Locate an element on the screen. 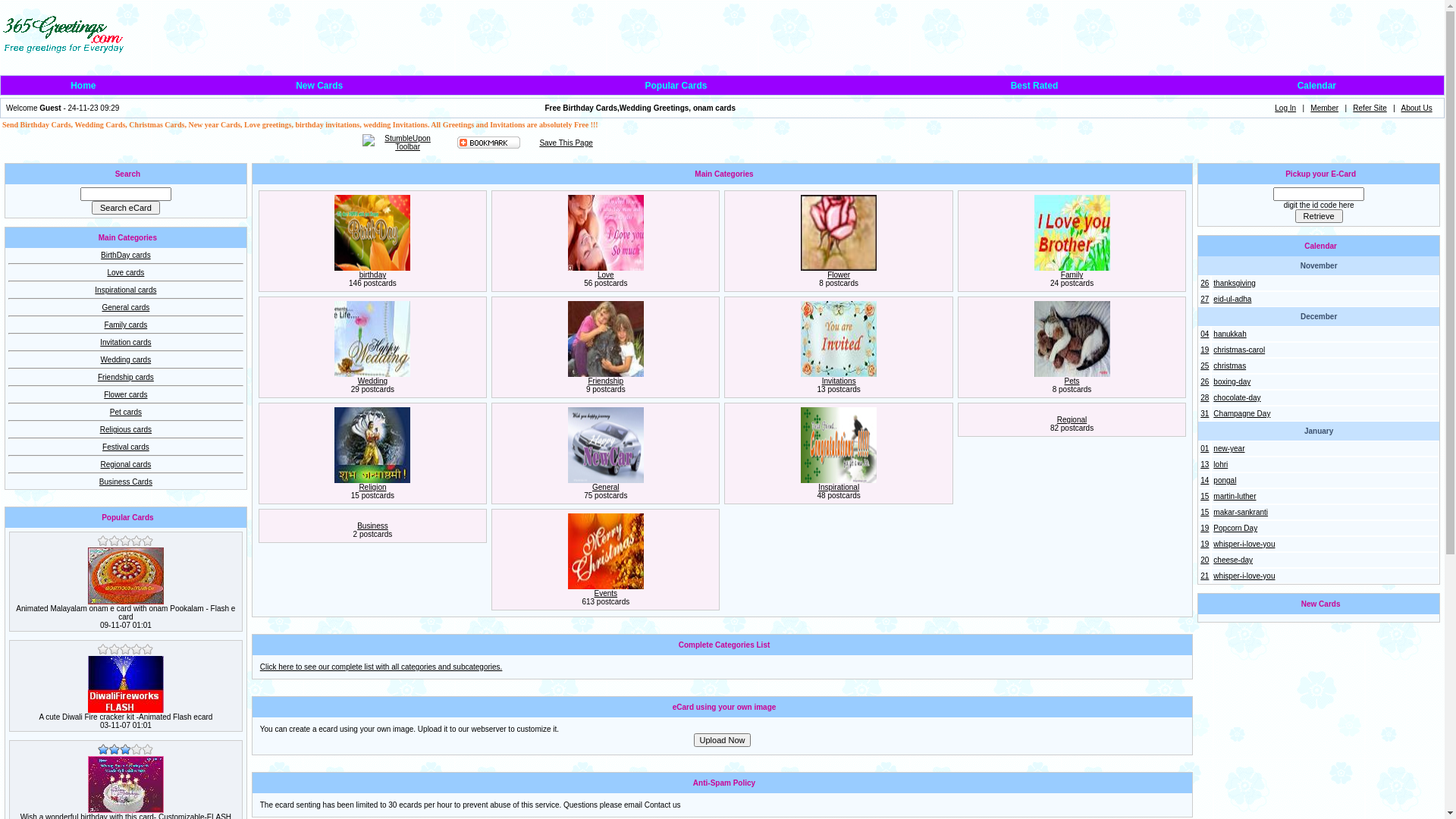  'pongal' is located at coordinates (1224, 480).